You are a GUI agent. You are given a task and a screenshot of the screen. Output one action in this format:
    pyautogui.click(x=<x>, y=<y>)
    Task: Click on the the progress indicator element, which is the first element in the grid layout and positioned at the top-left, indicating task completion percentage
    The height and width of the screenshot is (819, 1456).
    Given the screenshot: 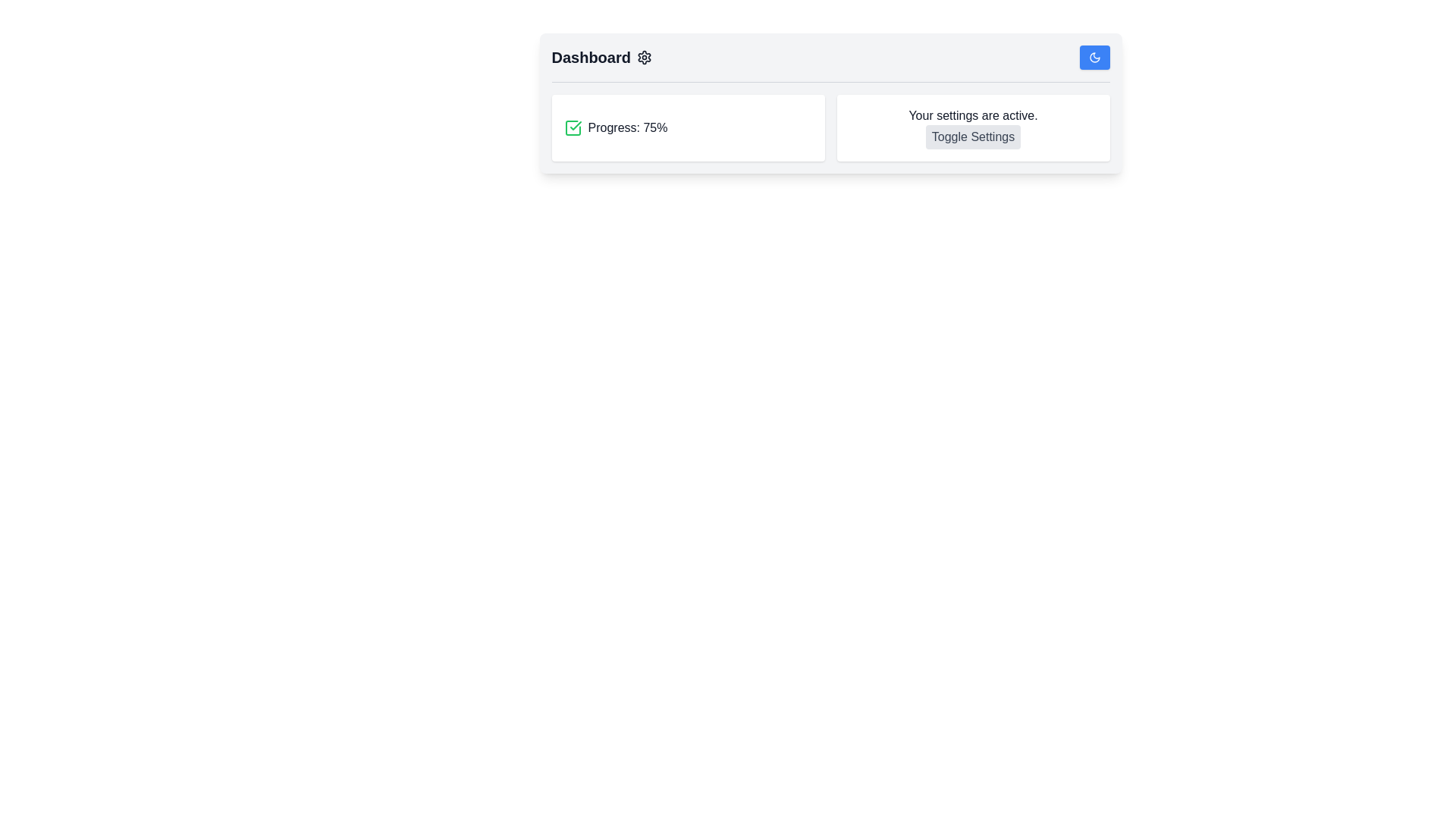 What is the action you would take?
    pyautogui.click(x=687, y=127)
    